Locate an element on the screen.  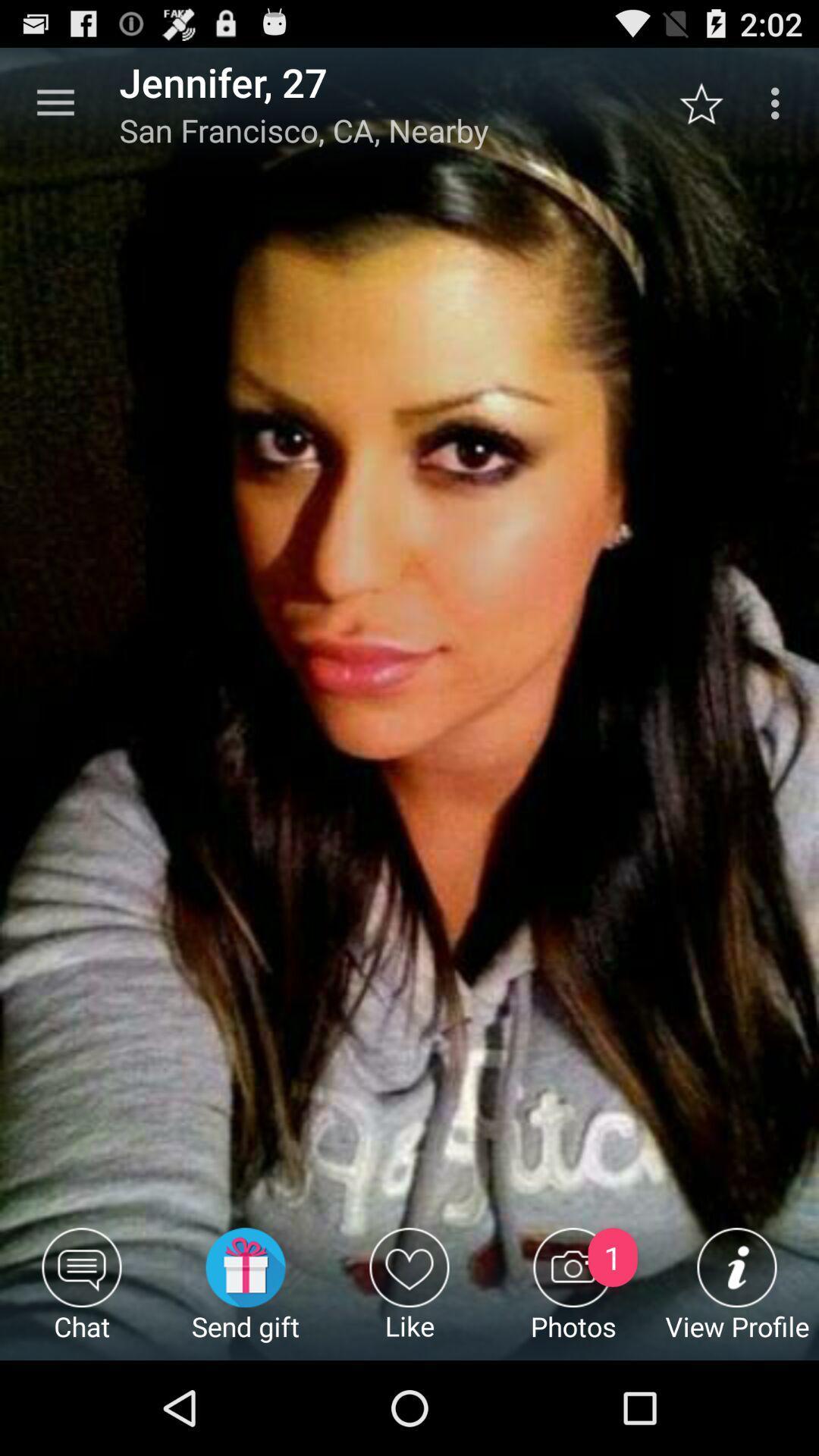
the chat is located at coordinates (82, 1293).